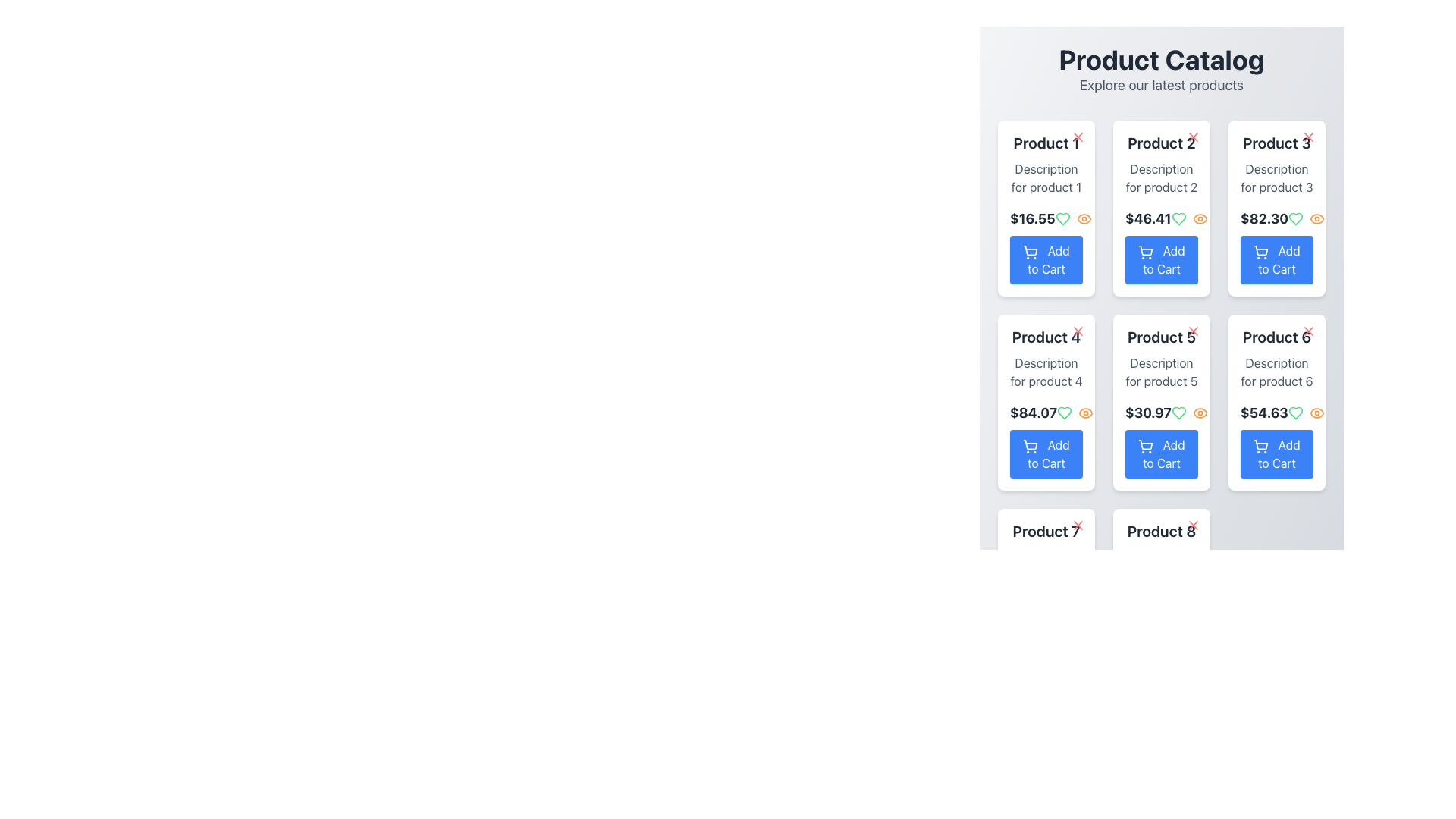 This screenshot has width=1456, height=819. I want to click on the favorite icon located to the right of the price text in the sixth product card of the grid layout, positioned in the second row and third column, so click(1294, 413).